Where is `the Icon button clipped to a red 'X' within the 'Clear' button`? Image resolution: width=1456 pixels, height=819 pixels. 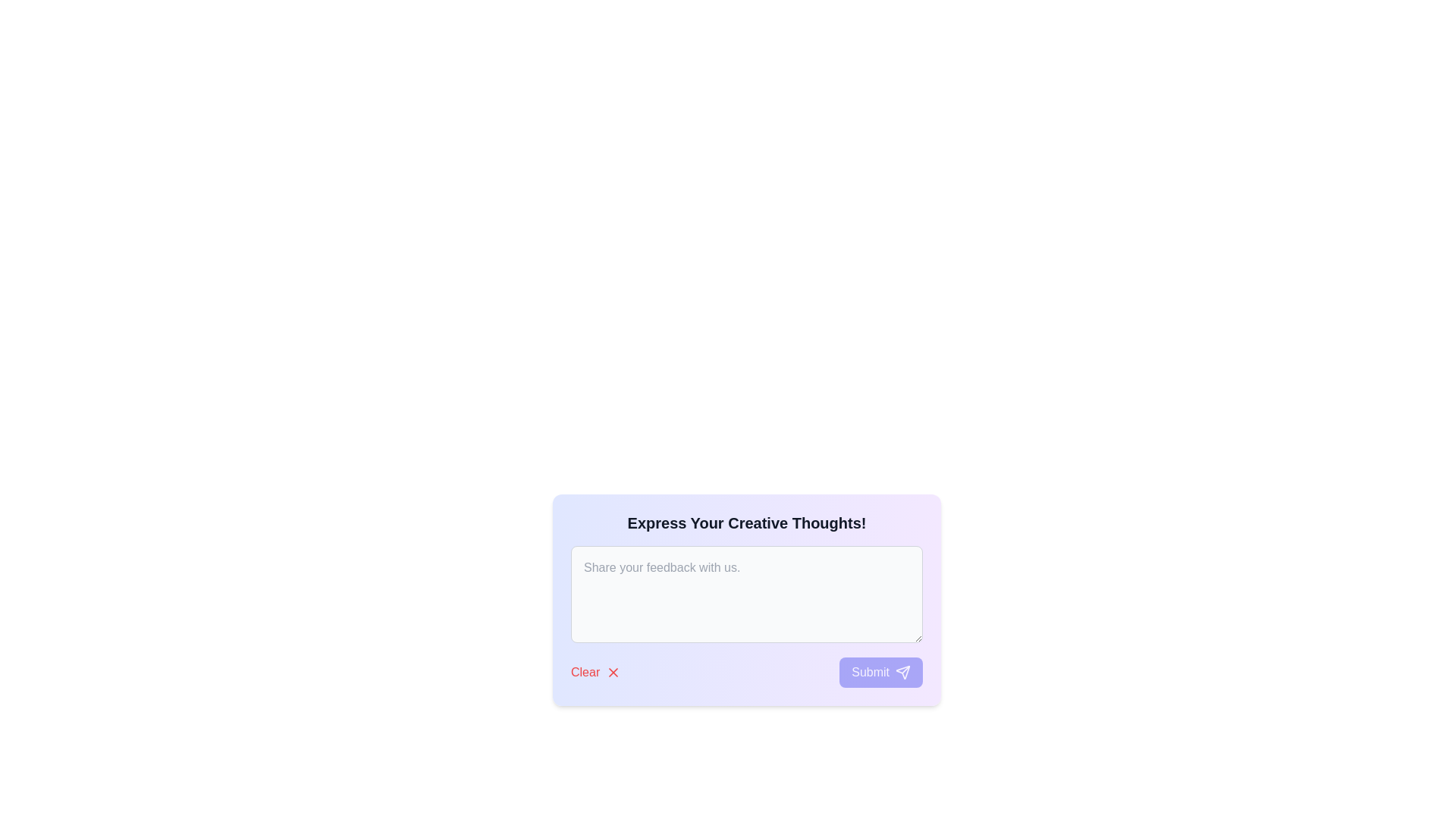
the Icon button clipped to a red 'X' within the 'Clear' button is located at coordinates (613, 672).